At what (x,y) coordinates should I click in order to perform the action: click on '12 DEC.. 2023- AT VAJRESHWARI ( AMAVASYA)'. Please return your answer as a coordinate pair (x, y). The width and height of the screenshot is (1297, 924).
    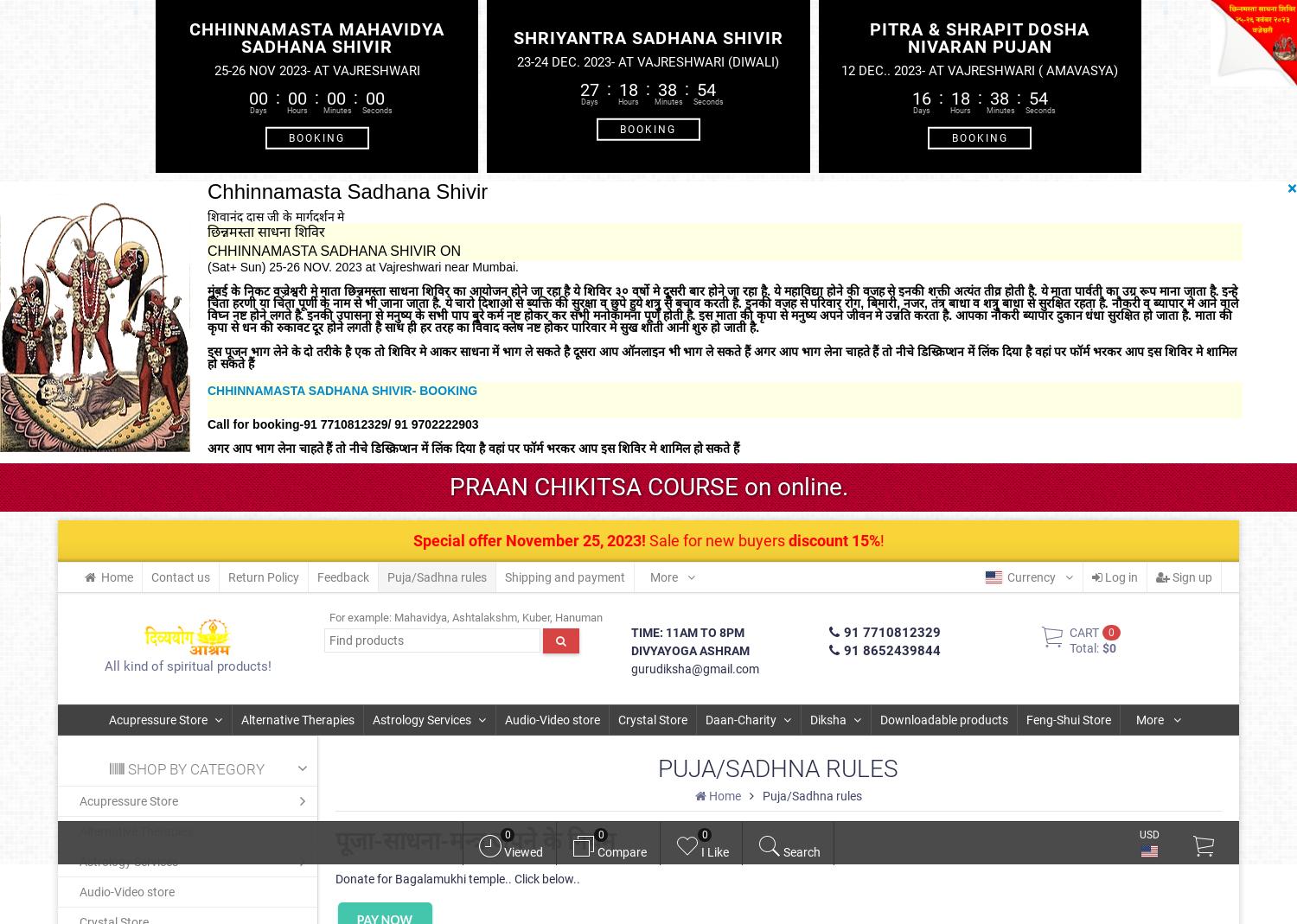
    Looking at the image, I should click on (979, 69).